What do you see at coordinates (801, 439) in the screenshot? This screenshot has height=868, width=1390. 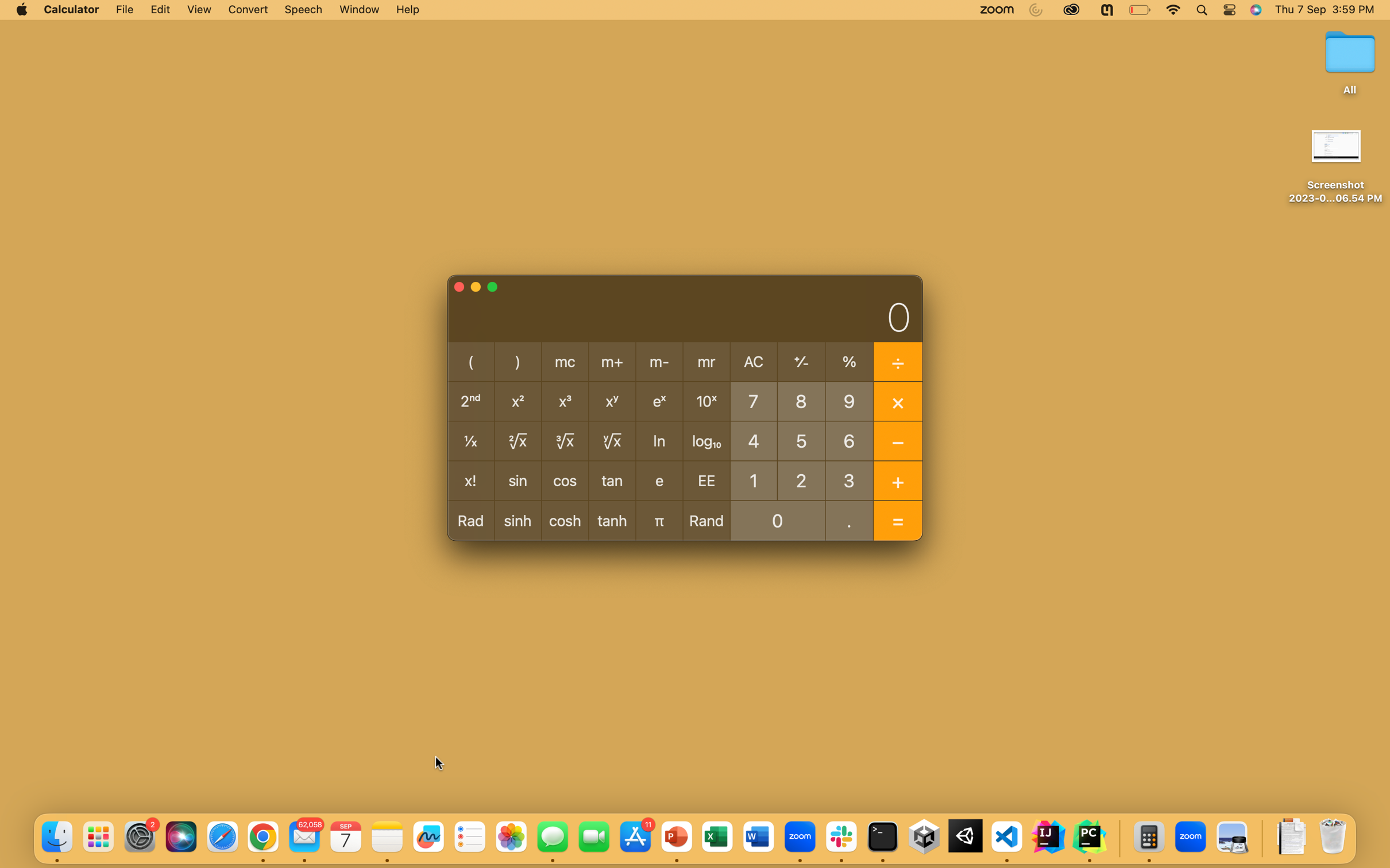 I see `Compute the inverse of 5` at bounding box center [801, 439].